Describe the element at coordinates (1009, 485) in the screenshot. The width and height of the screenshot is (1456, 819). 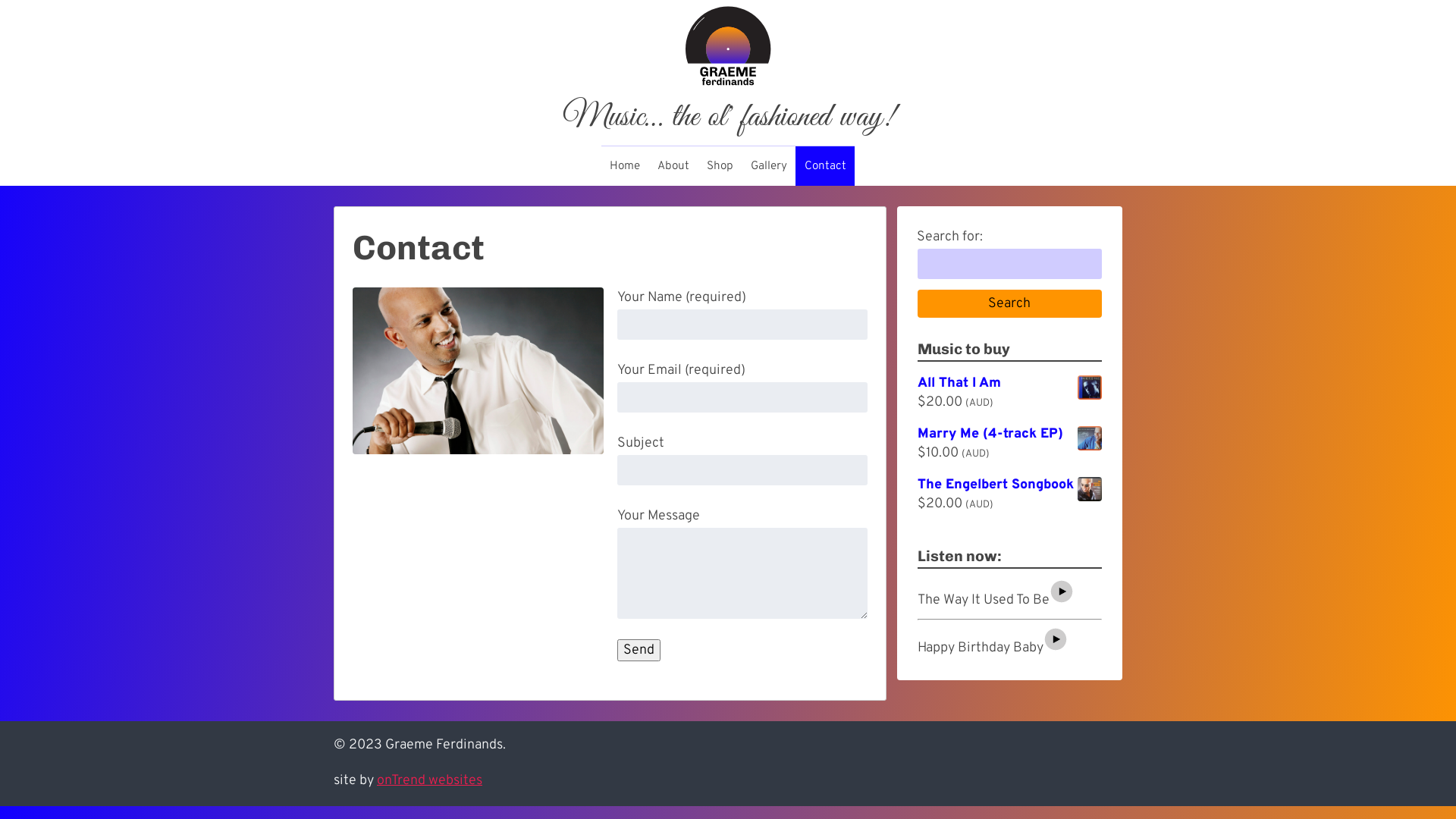
I see `'The Engelbert Songbook'` at that location.